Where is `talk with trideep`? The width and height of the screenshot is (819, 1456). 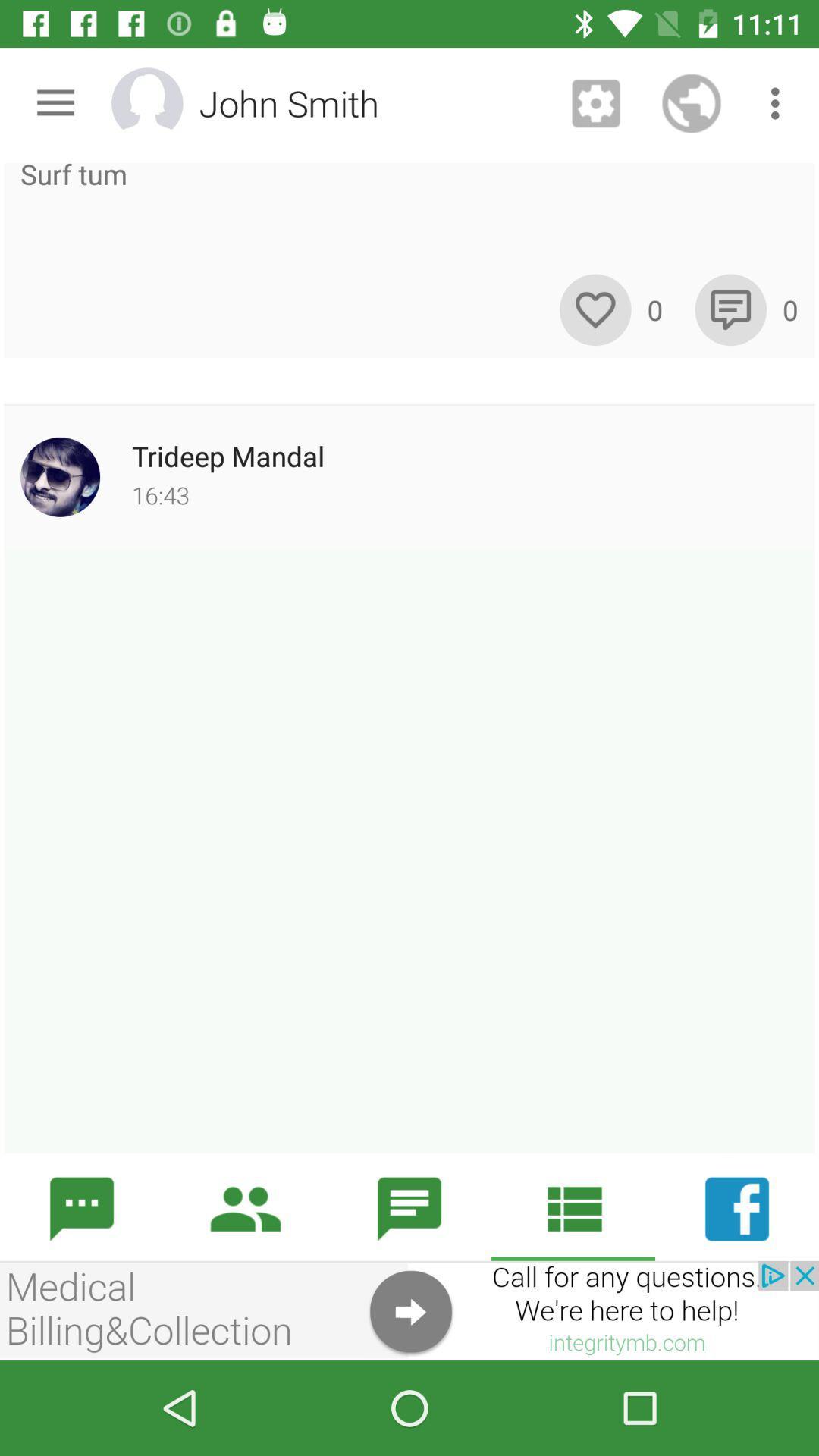
talk with trideep is located at coordinates (409, 851).